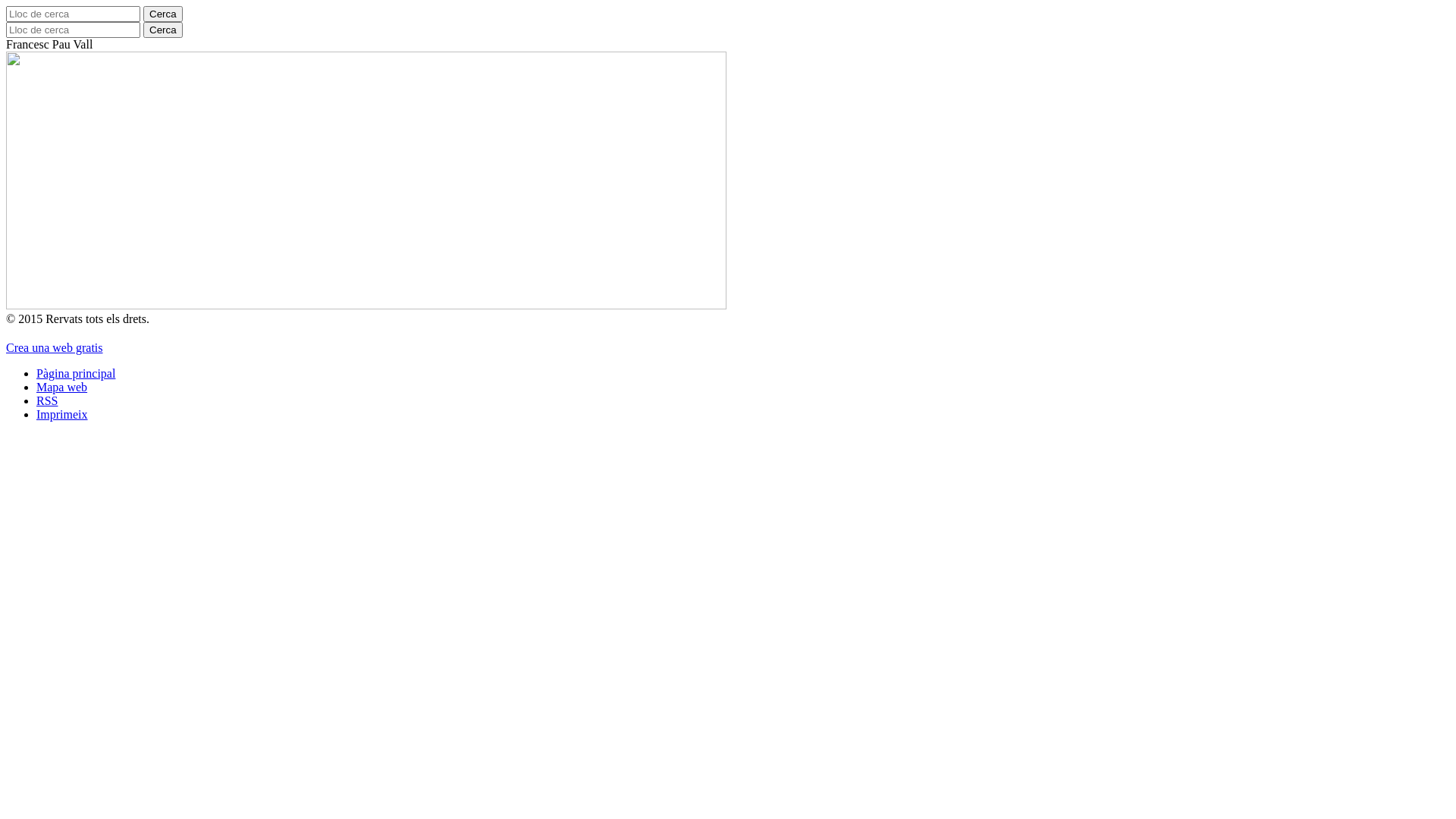 The width and height of the screenshot is (1456, 819). Describe the element at coordinates (6, 347) in the screenshot. I see `'Crea una web gratis'` at that location.